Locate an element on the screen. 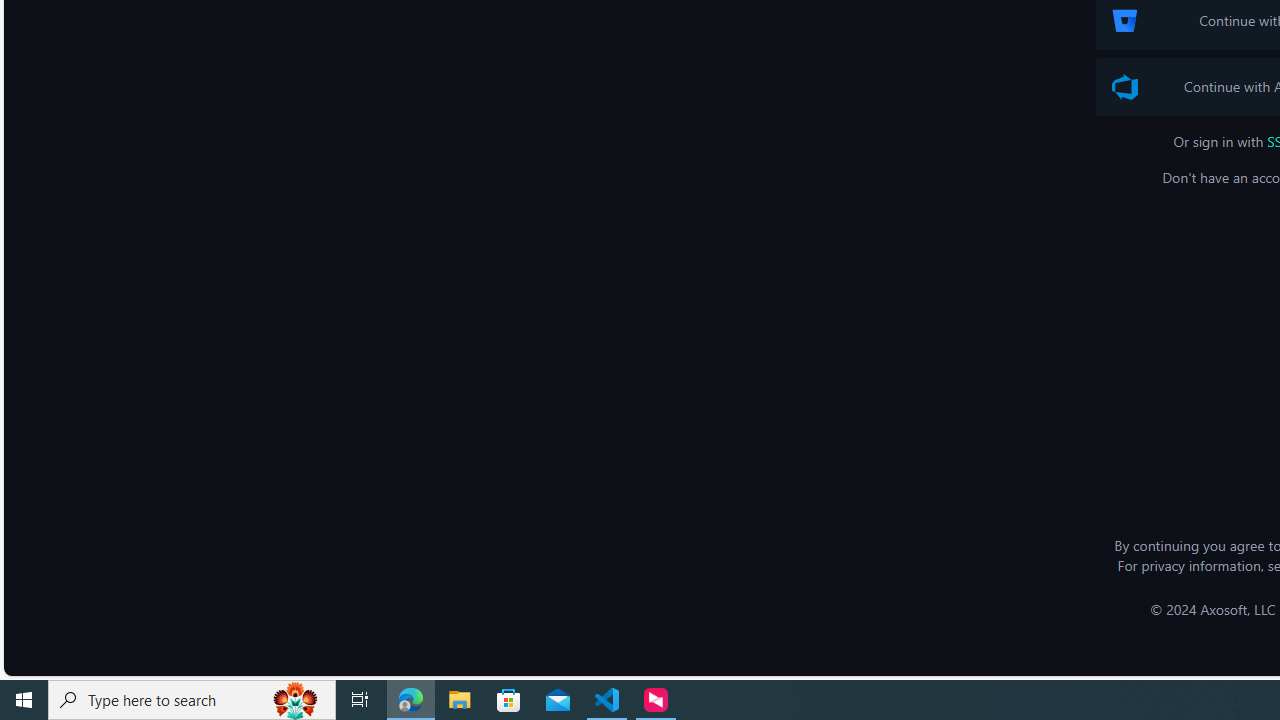 The image size is (1280, 720). 'Visual Studio Code - 1 running window' is located at coordinates (606, 698).